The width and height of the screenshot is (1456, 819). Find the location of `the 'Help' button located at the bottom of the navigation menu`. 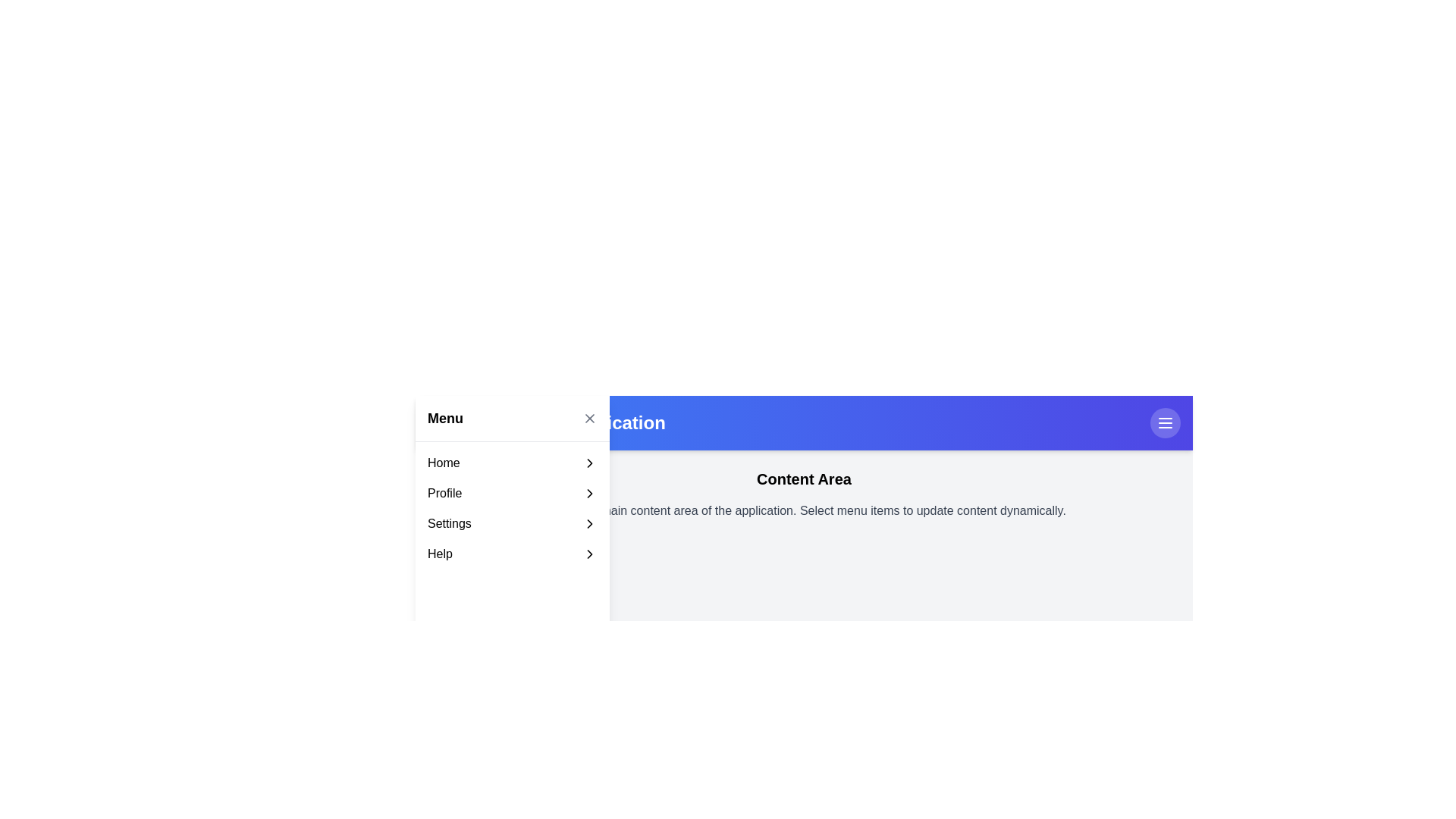

the 'Help' button located at the bottom of the navigation menu is located at coordinates (513, 554).